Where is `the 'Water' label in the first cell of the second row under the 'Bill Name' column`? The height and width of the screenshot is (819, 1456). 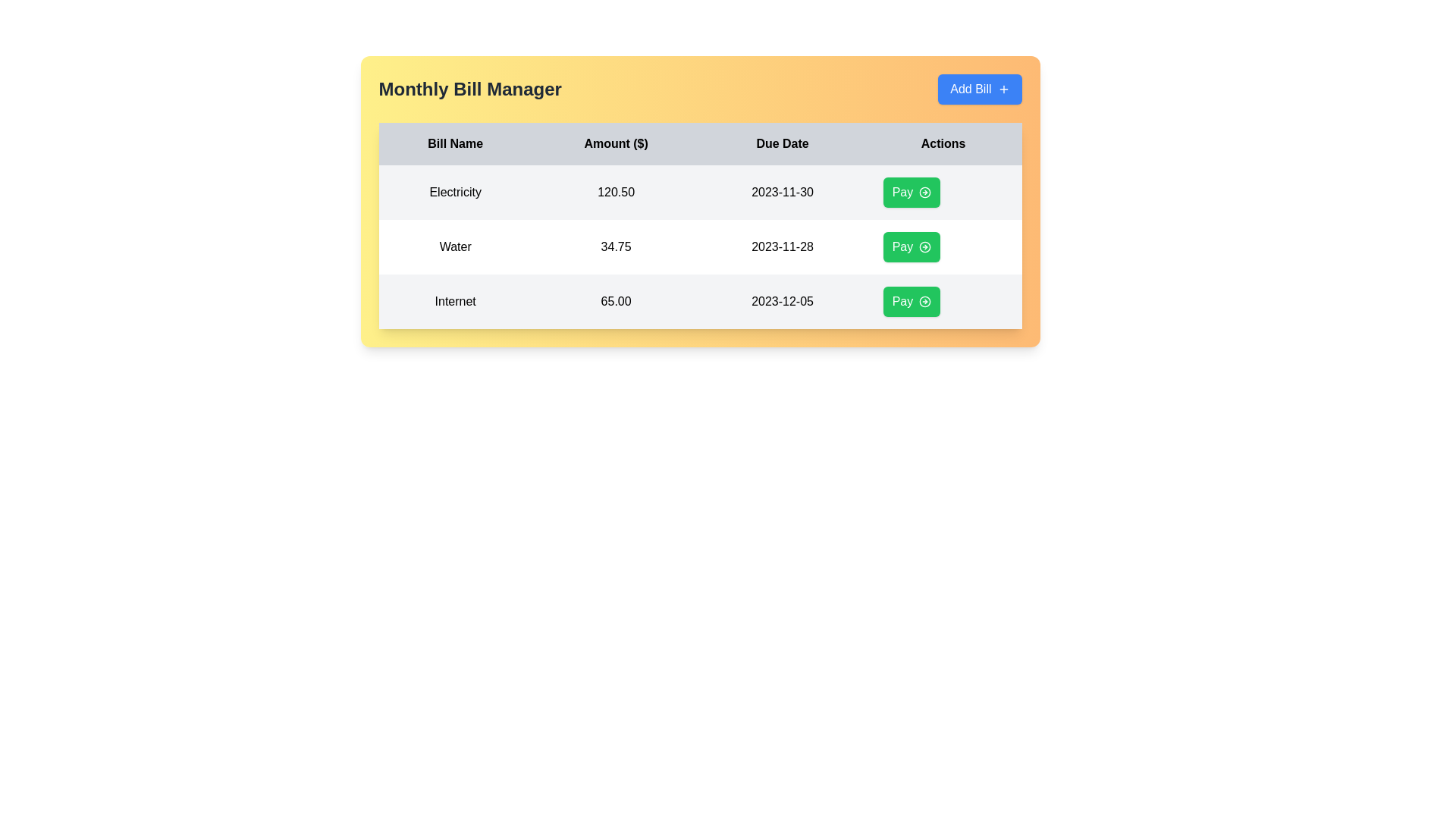 the 'Water' label in the first cell of the second row under the 'Bill Name' column is located at coordinates (454, 246).